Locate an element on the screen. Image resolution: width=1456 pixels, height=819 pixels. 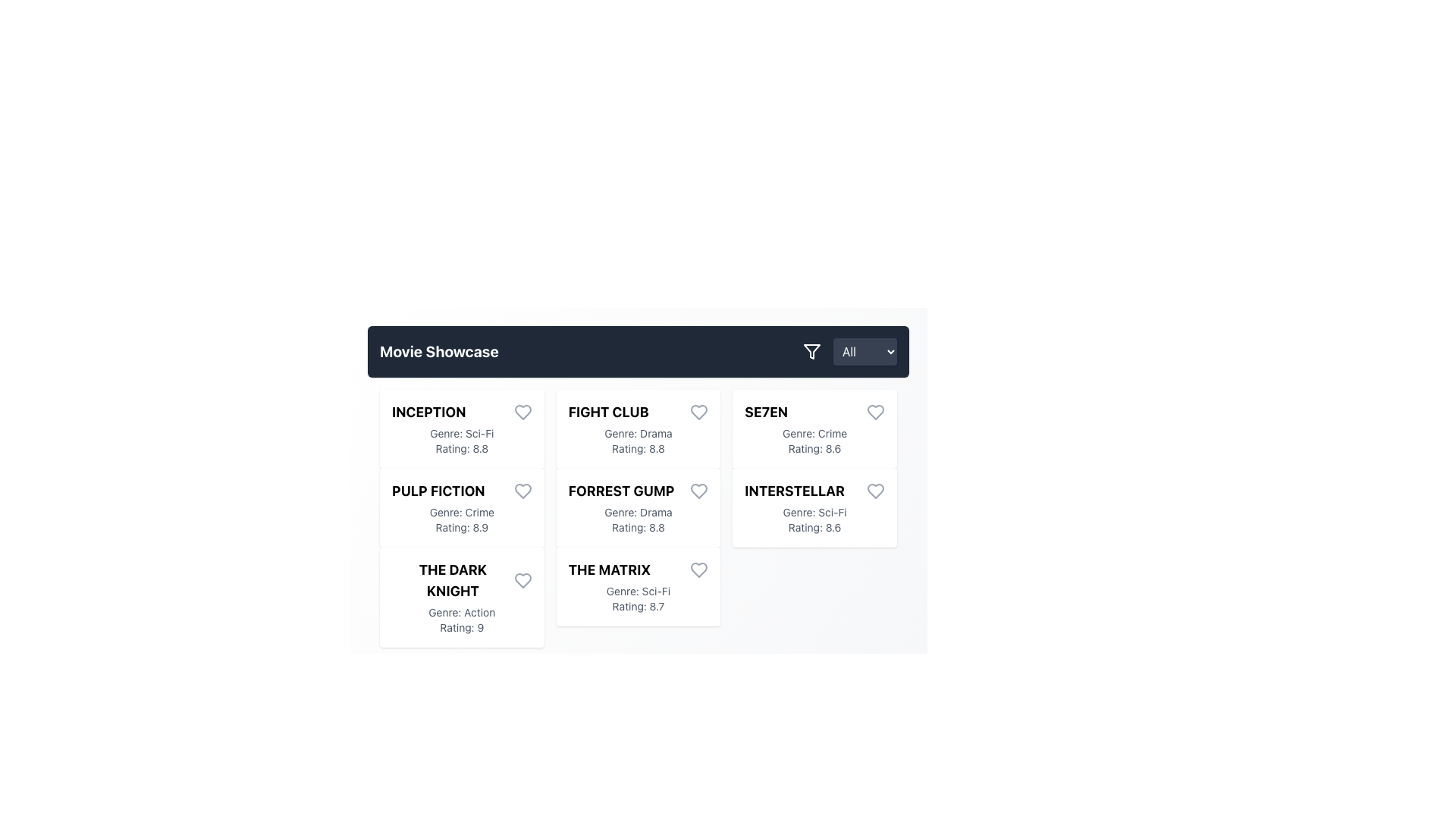
text content of the movie title displayed in the text label for 'SE7EN', which is located in the fourth column of the grid layout is located at coordinates (766, 412).